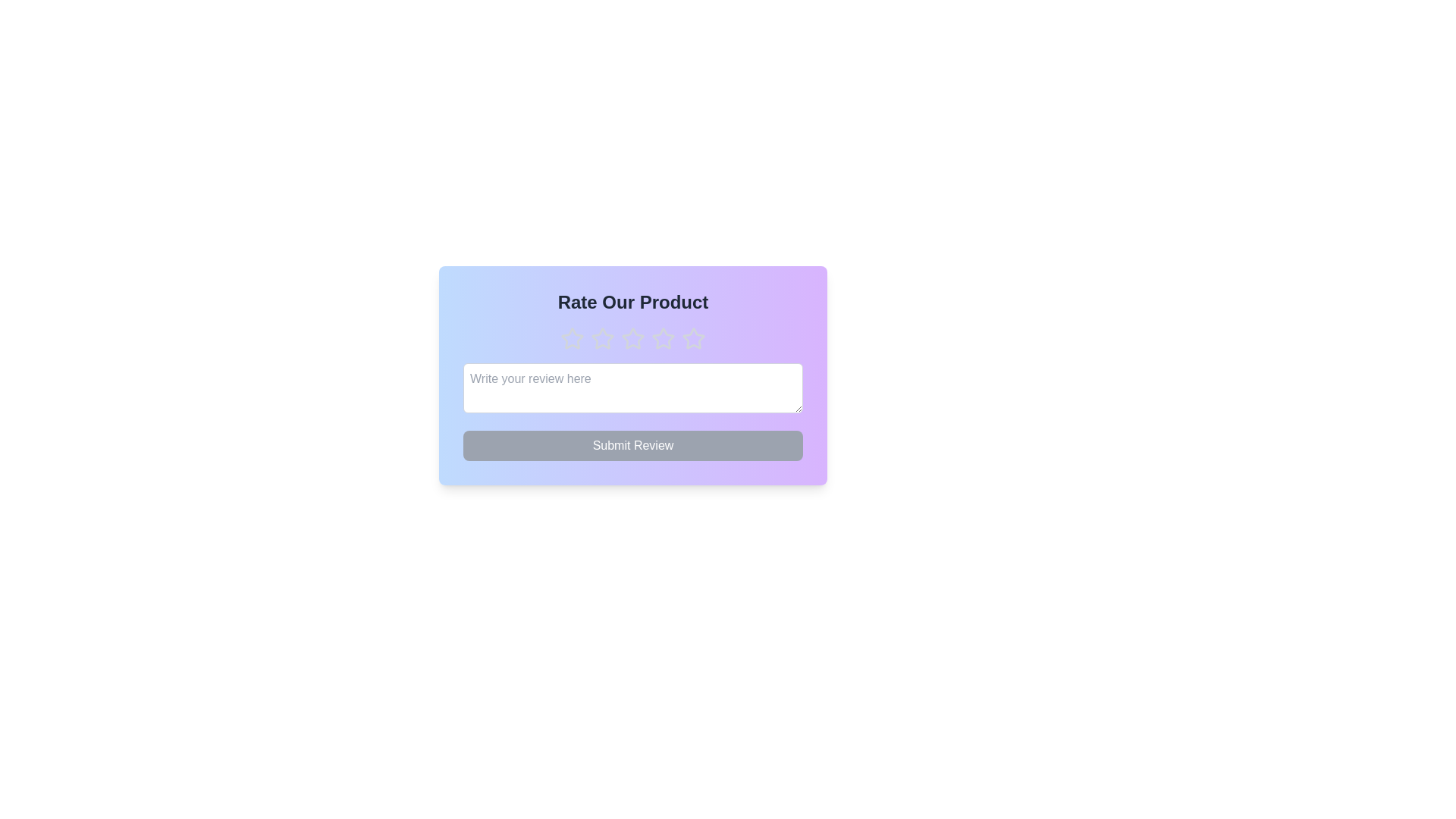  What do you see at coordinates (633, 338) in the screenshot?
I see `the star corresponding to the desired rating of 3` at bounding box center [633, 338].